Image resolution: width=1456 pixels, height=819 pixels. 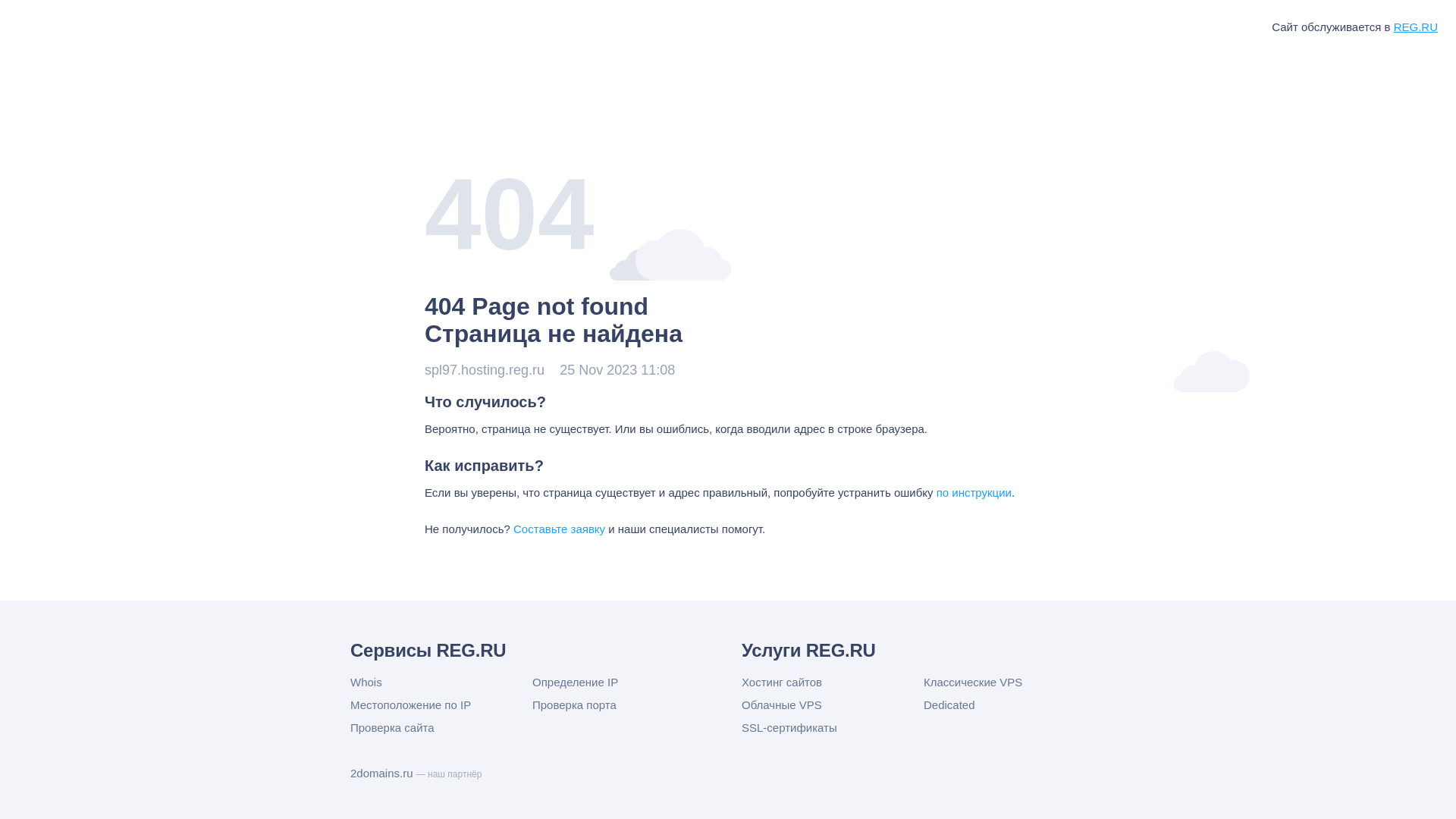 I want to click on 'REG.RU', so click(x=1415, y=27).